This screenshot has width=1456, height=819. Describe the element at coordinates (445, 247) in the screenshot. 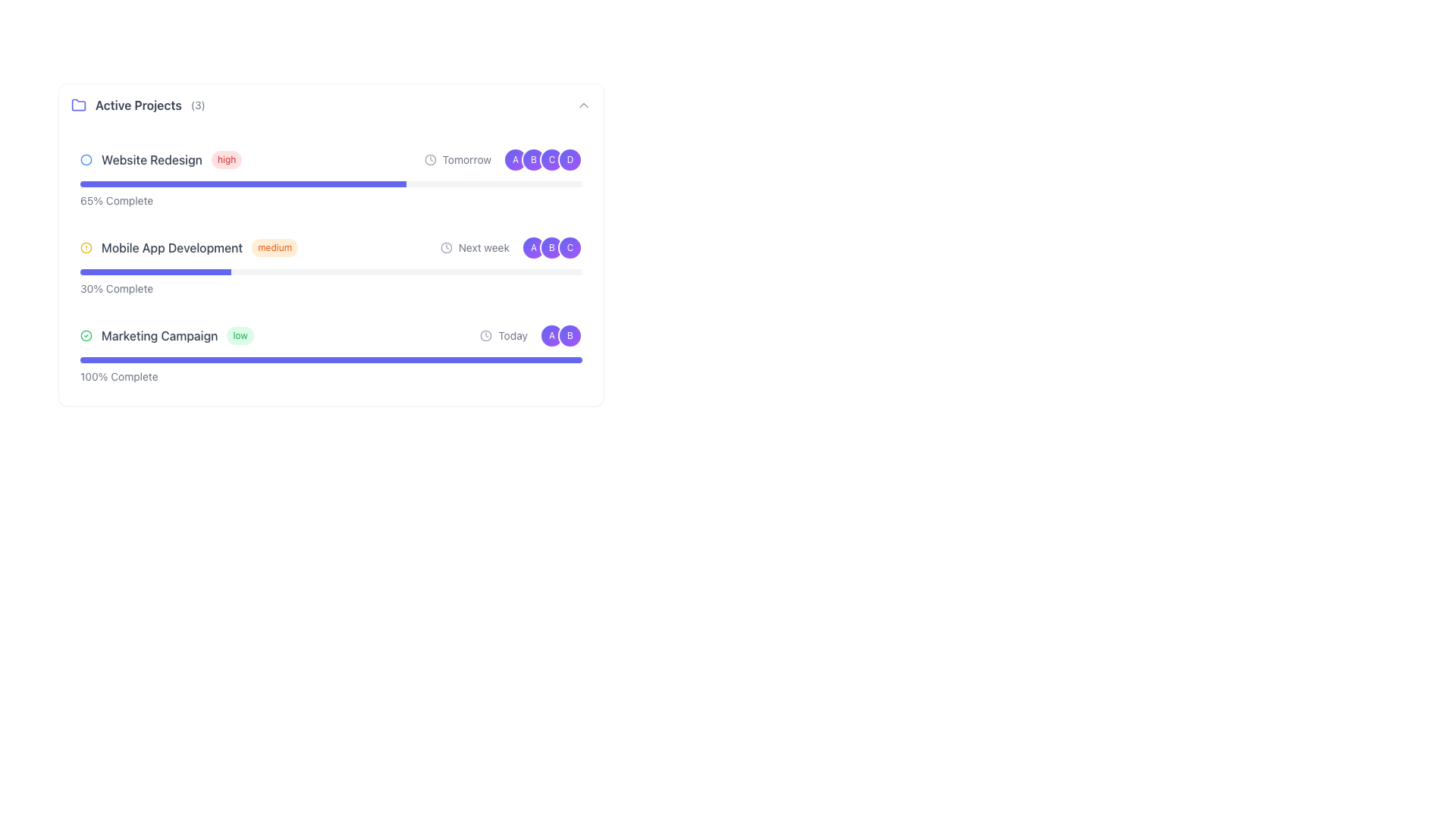

I see `the small circular icon with a clock symbol located to the left of the text 'Next week'` at that location.